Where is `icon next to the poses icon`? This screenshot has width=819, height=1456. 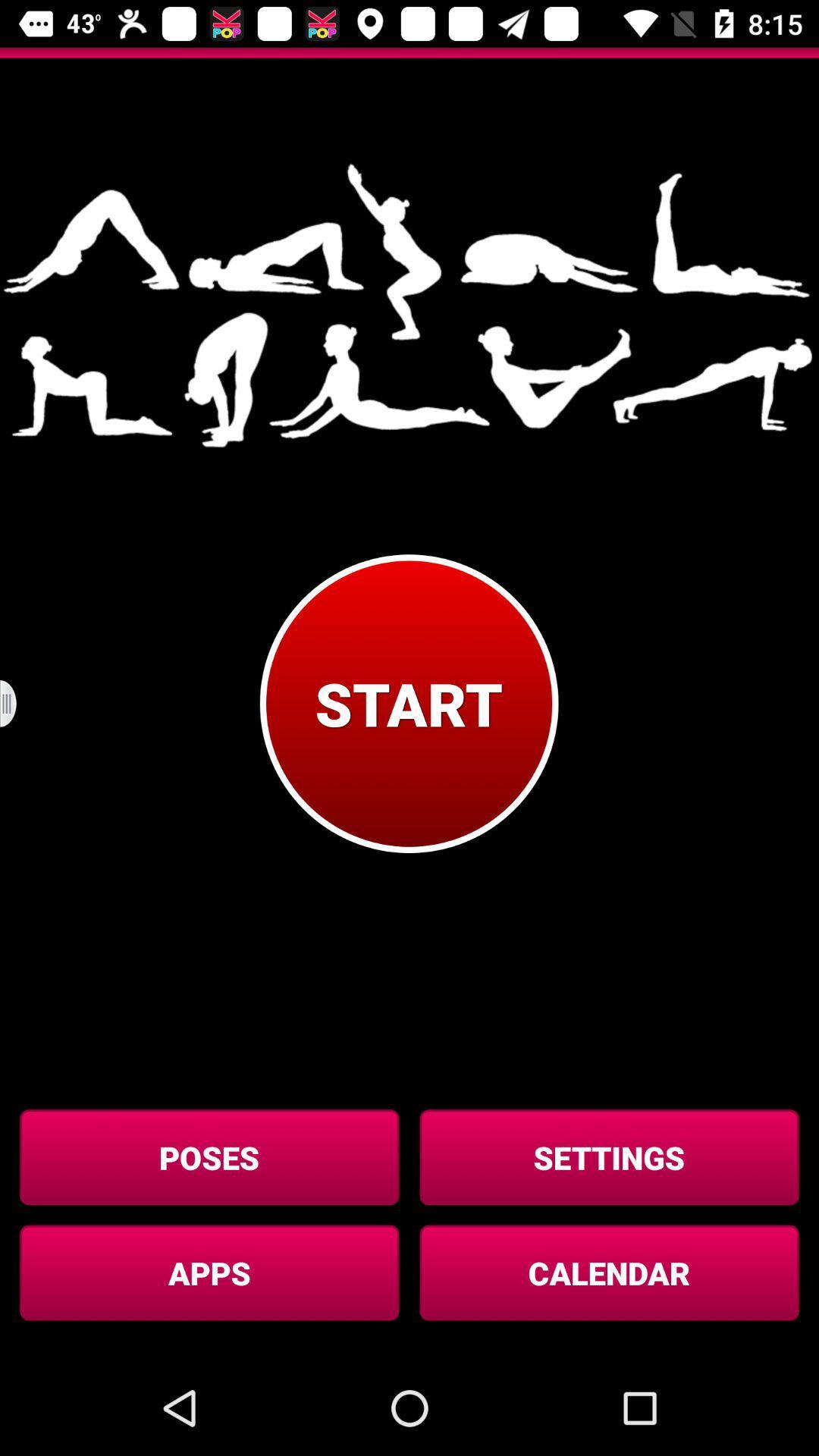 icon next to the poses icon is located at coordinates (608, 1156).